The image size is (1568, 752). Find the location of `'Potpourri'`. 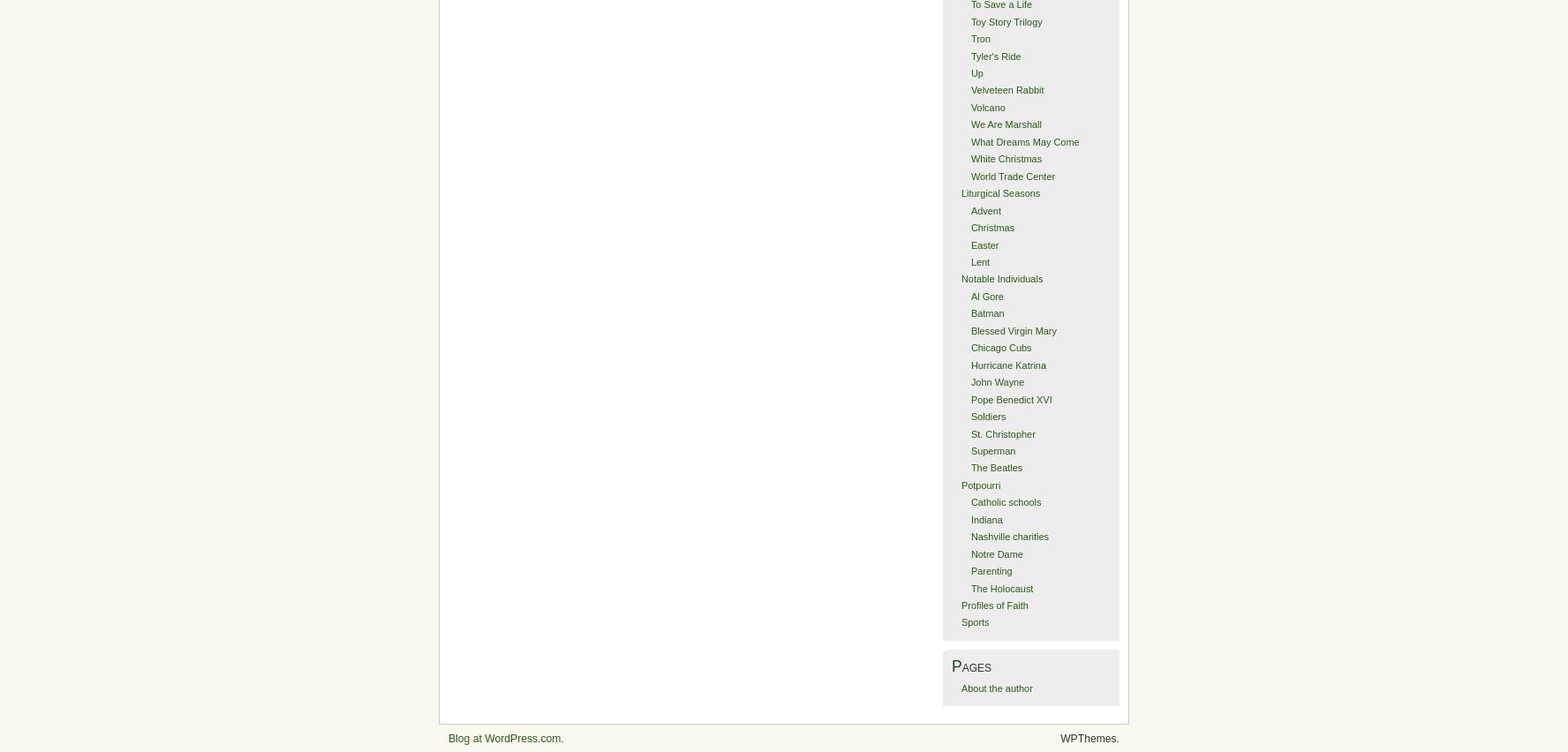

'Potpourri' is located at coordinates (959, 485).